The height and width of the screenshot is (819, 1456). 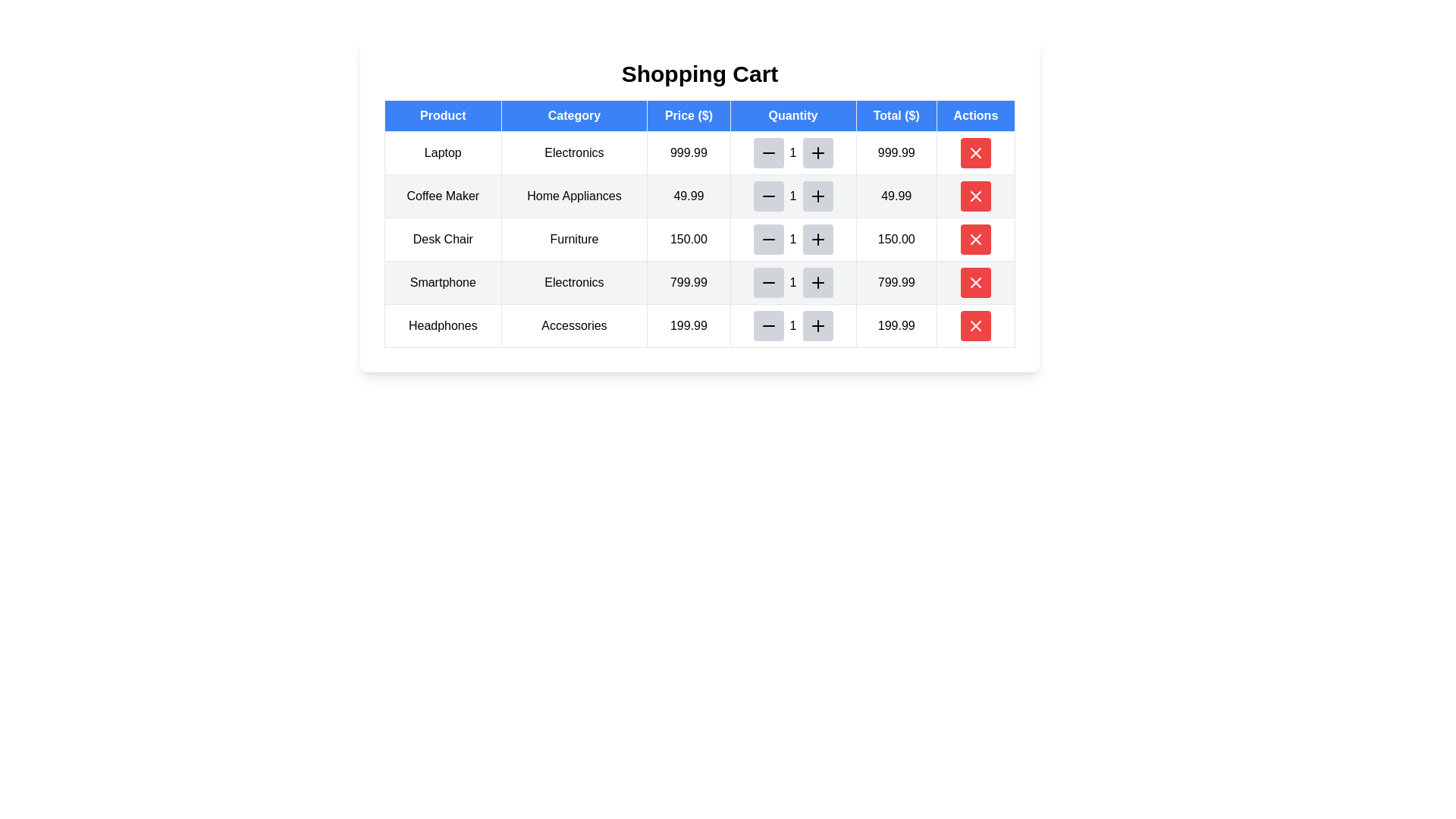 I want to click on text 'Price ($)' from the Column Header that indicates the prices in dollars, which is the third column header in the table, located centrally under the 'Shopping Cart' title, so click(x=698, y=115).